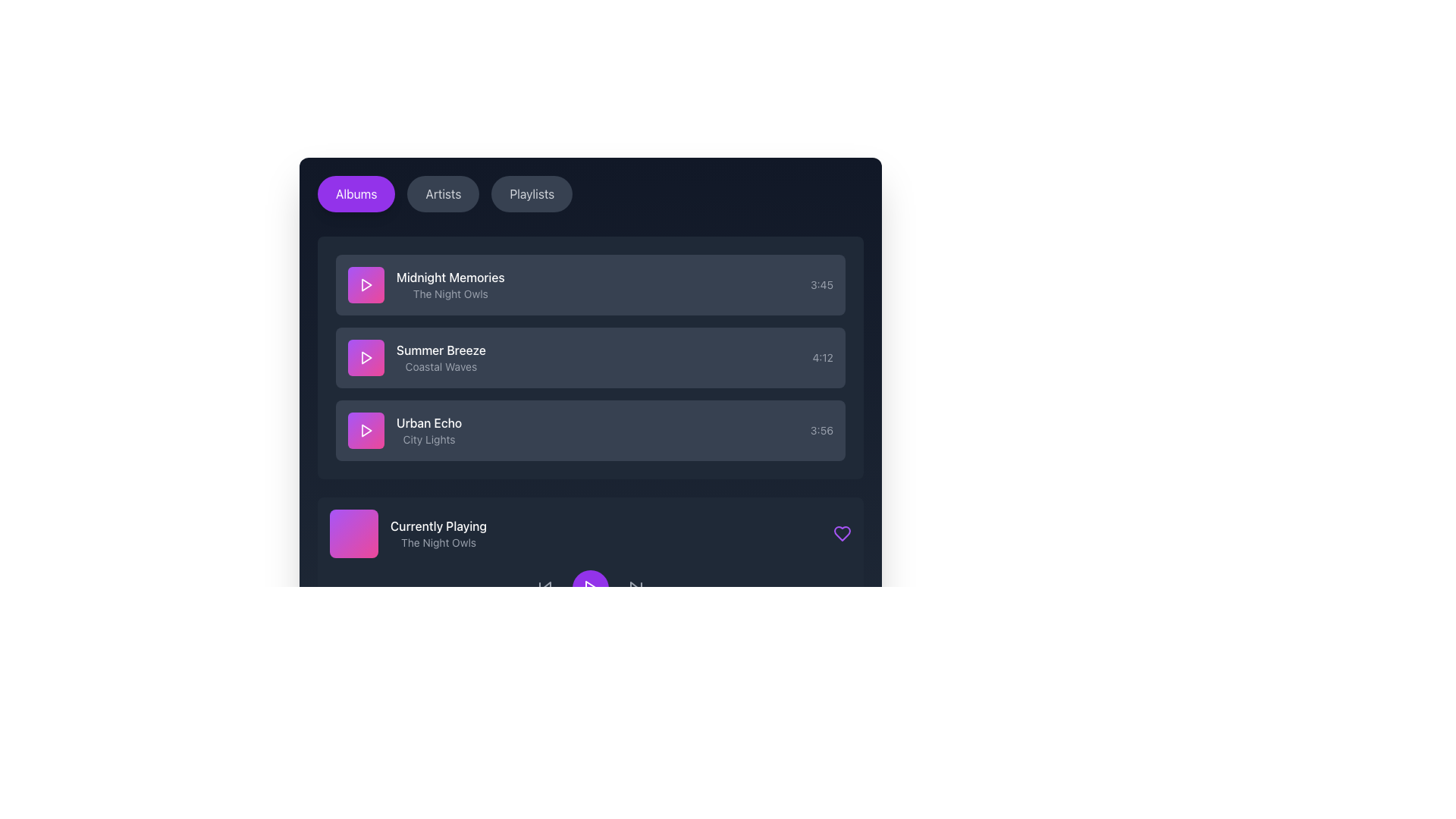 The image size is (1456, 819). I want to click on the text label displaying '4:12' in gray color, located at the far right end of the 'Summer Breeze' list item panel, so click(822, 357).